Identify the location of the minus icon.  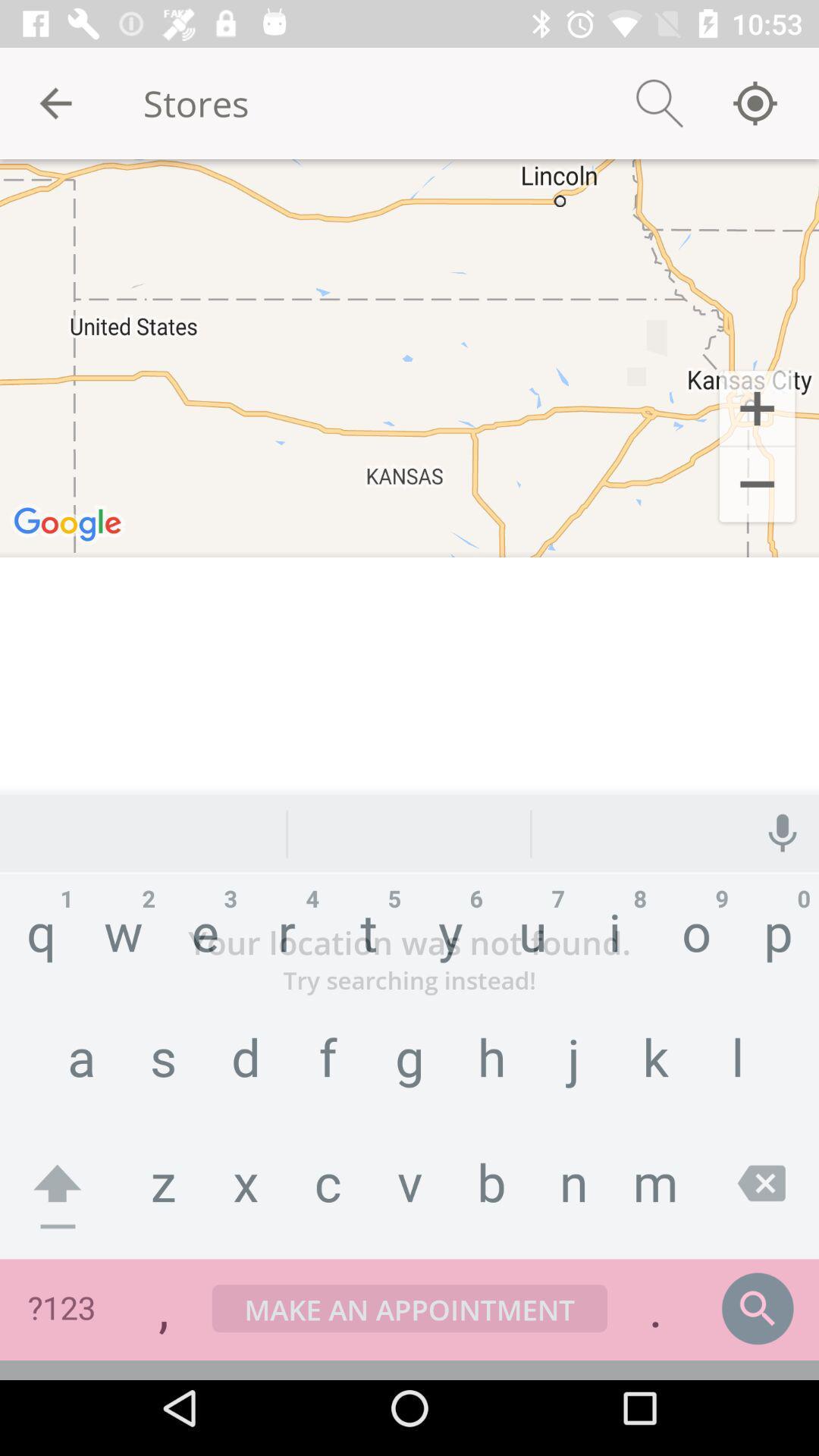
(757, 487).